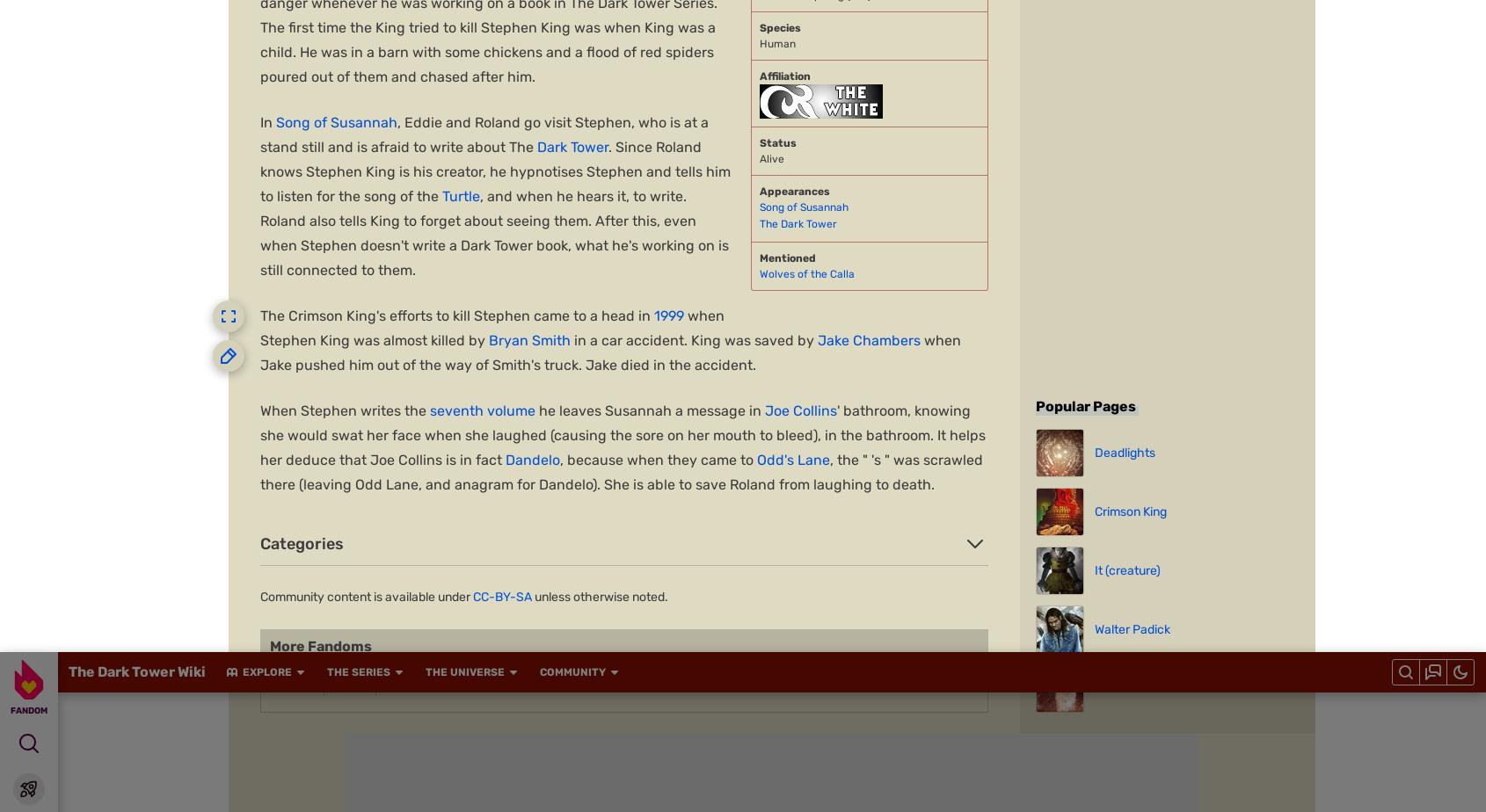  Describe the element at coordinates (1040, 612) in the screenshot. I see `'Fandom Apps'` at that location.